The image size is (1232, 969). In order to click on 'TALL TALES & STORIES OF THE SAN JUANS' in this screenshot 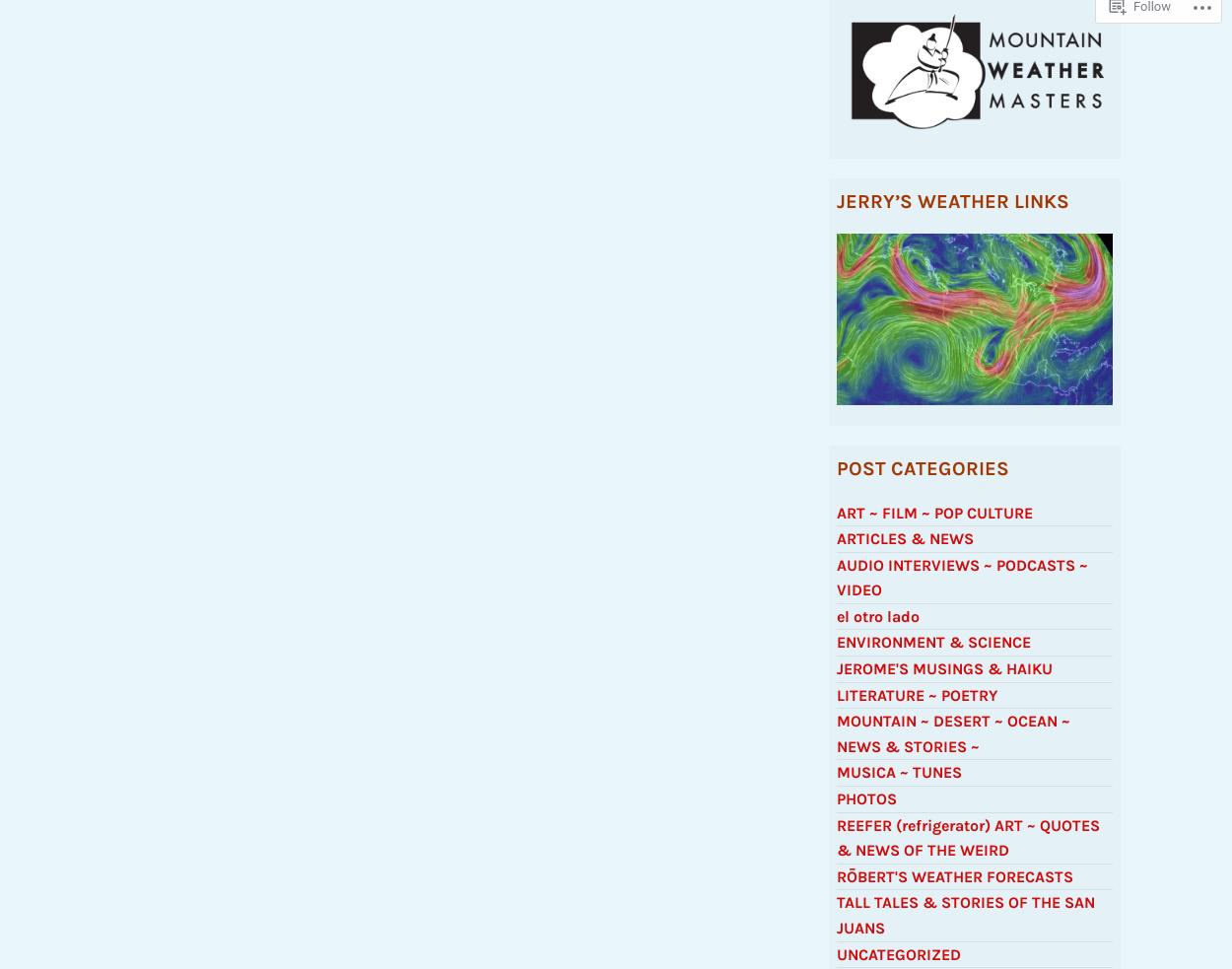, I will do `click(965, 924)`.